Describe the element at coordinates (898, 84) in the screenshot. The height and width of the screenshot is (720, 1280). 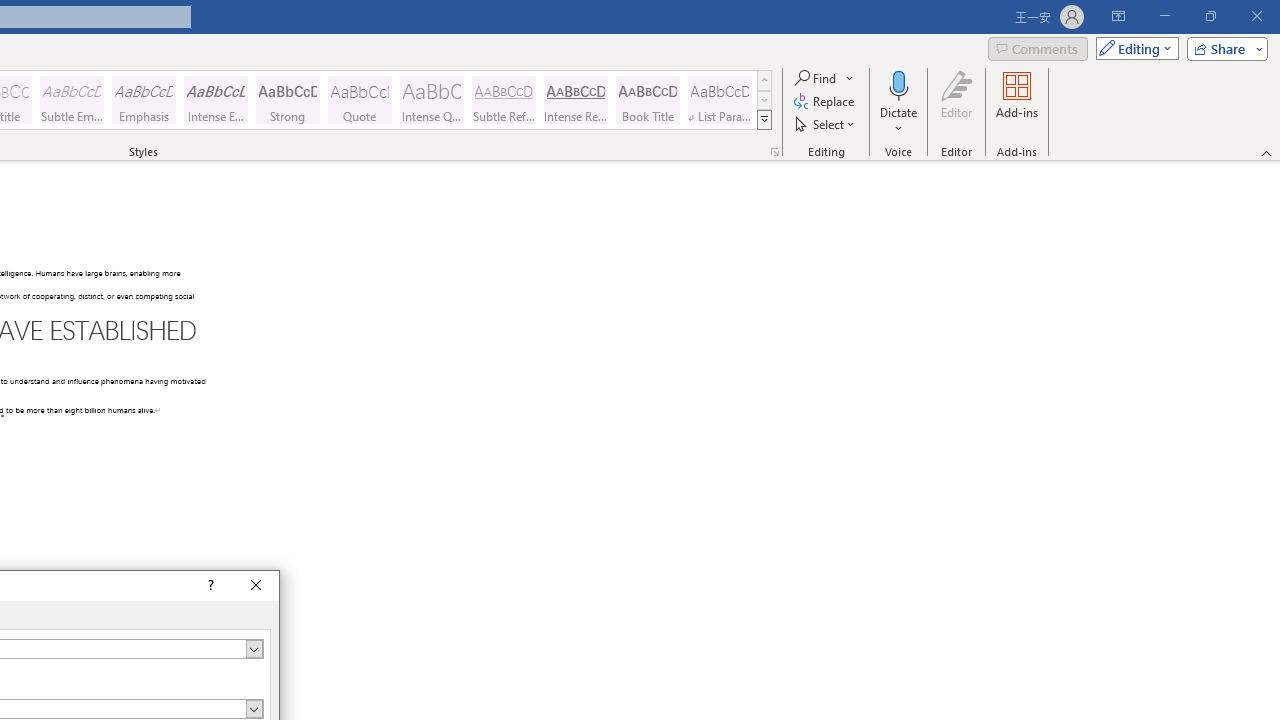
I see `'Dictate'` at that location.